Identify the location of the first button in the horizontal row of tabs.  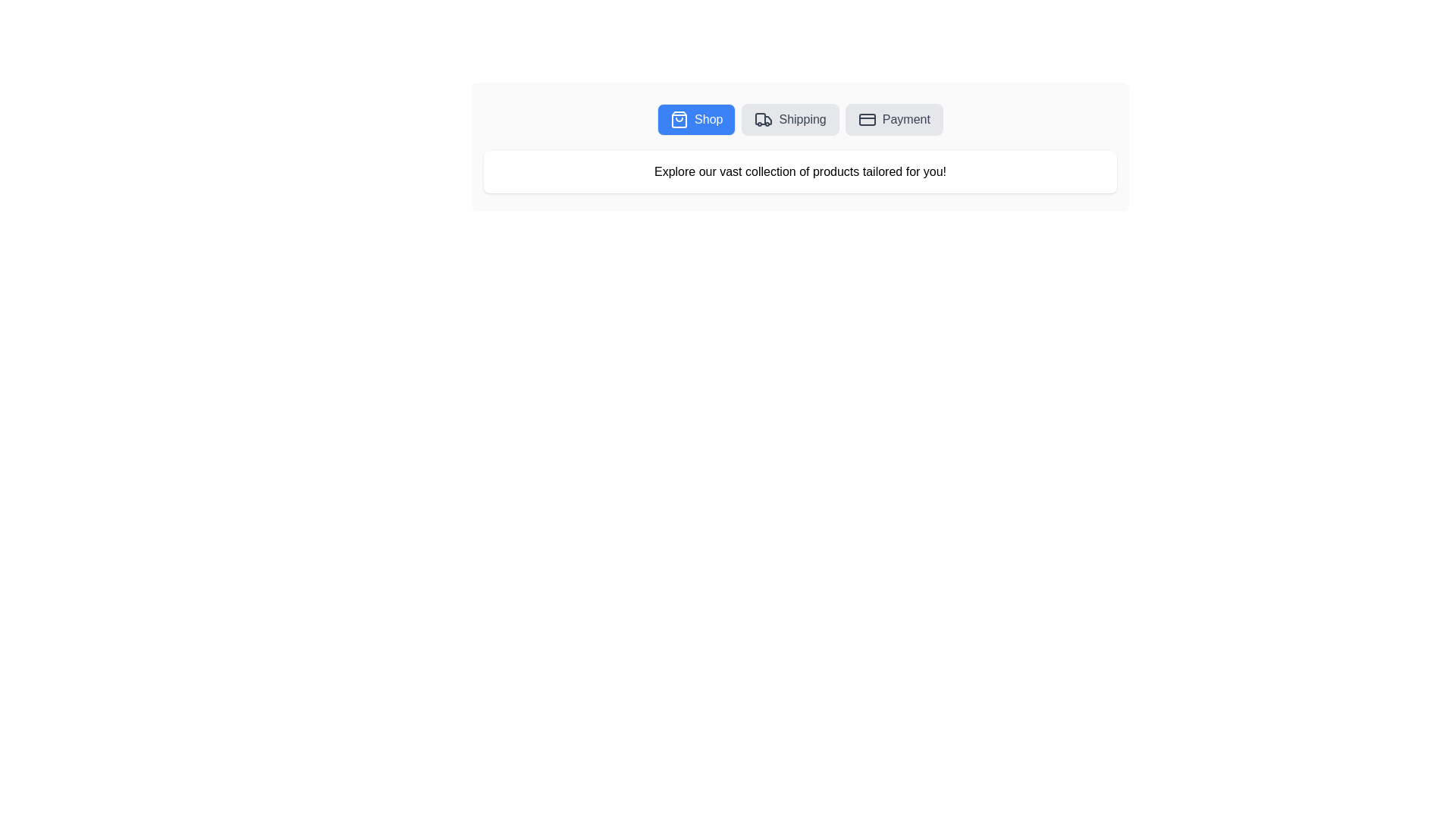
(695, 119).